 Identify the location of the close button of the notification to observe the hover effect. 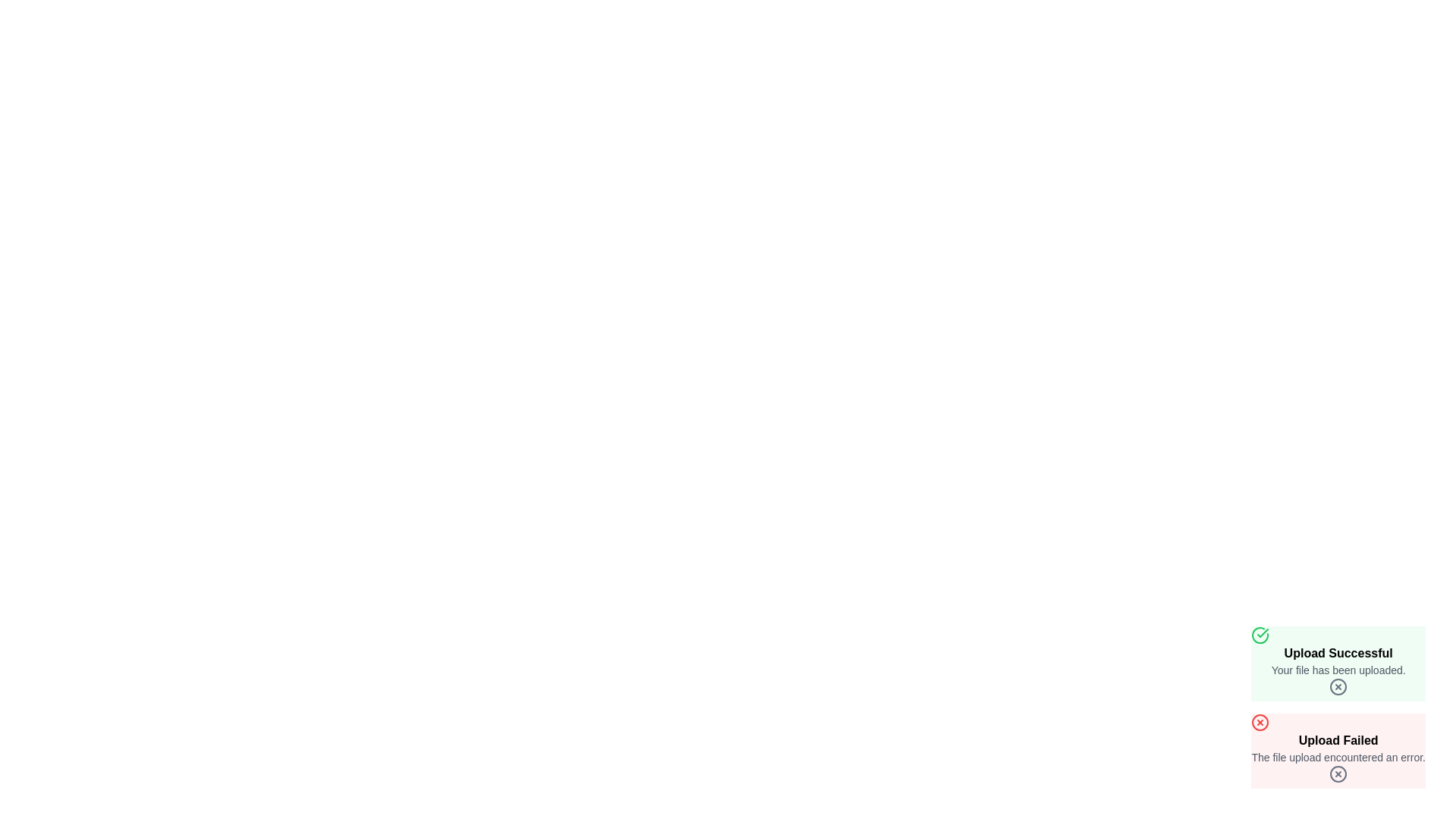
(1338, 687).